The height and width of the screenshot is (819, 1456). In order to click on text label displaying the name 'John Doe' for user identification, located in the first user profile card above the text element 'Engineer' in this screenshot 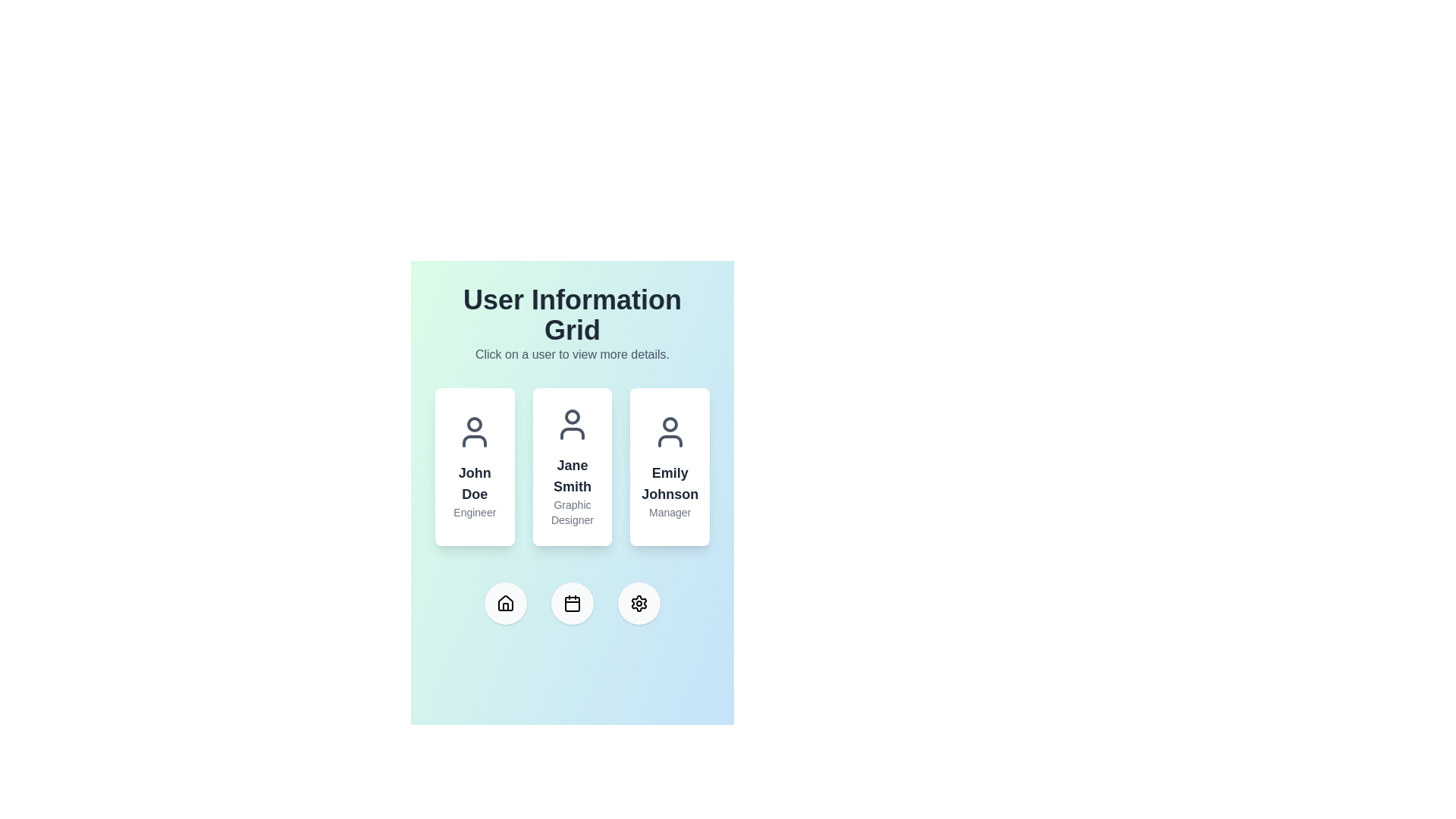, I will do `click(474, 483)`.